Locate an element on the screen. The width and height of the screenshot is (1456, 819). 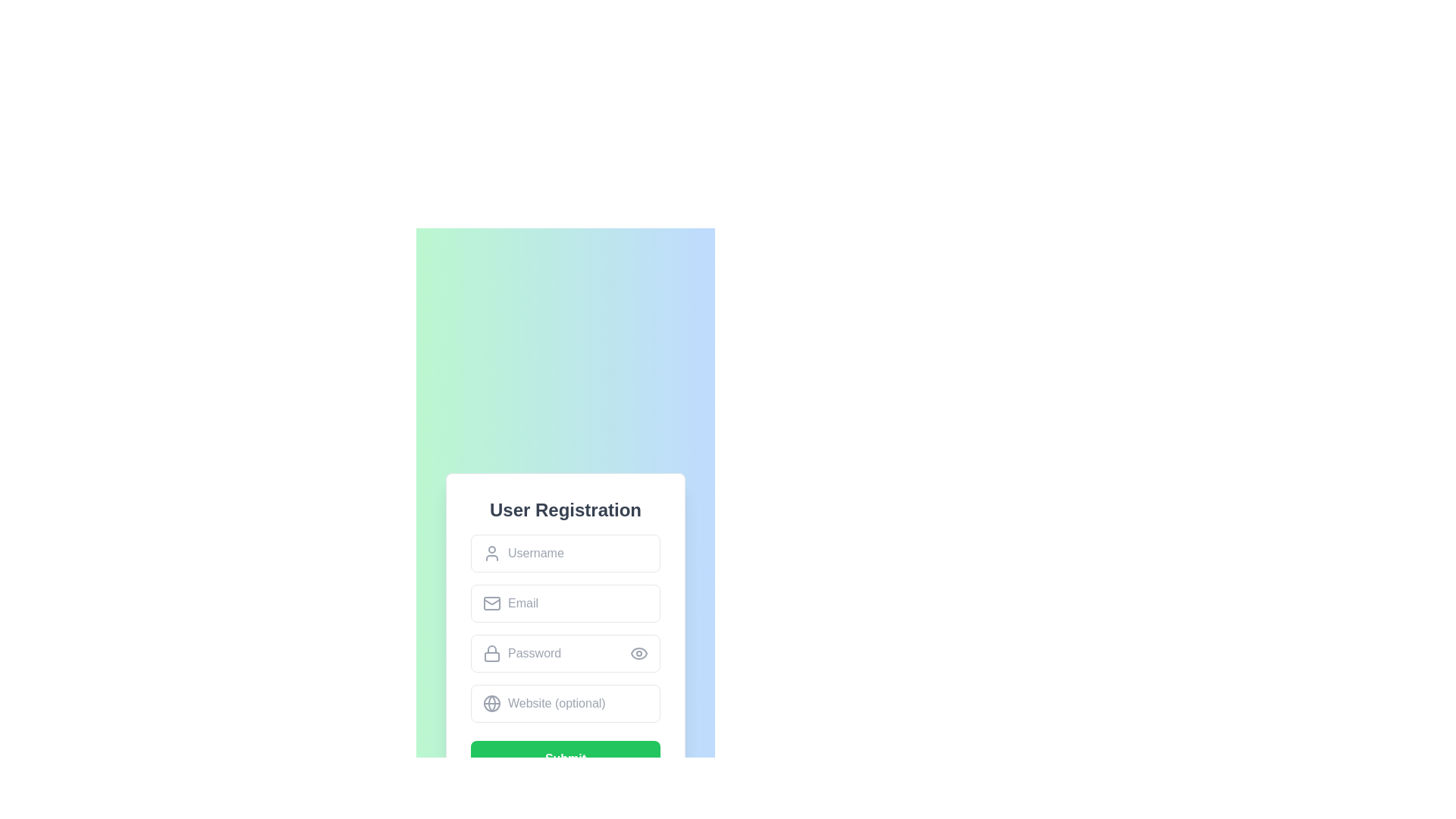
the globe icon located to the left of the 'Website (optional)' input field, which serves as a visual cue for web or internet context is located at coordinates (491, 704).